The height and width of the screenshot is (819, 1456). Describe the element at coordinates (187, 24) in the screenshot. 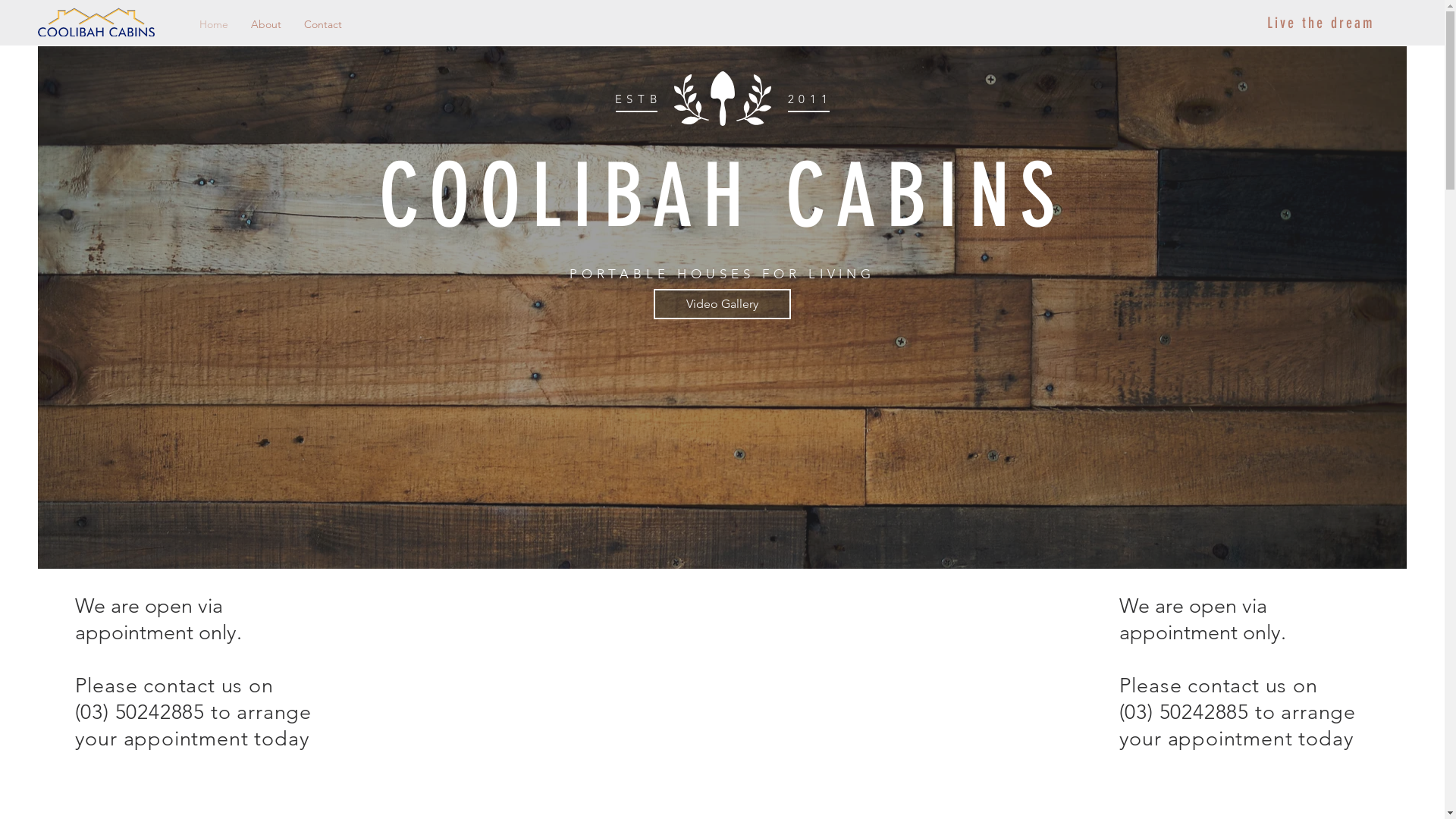

I see `'Home'` at that location.